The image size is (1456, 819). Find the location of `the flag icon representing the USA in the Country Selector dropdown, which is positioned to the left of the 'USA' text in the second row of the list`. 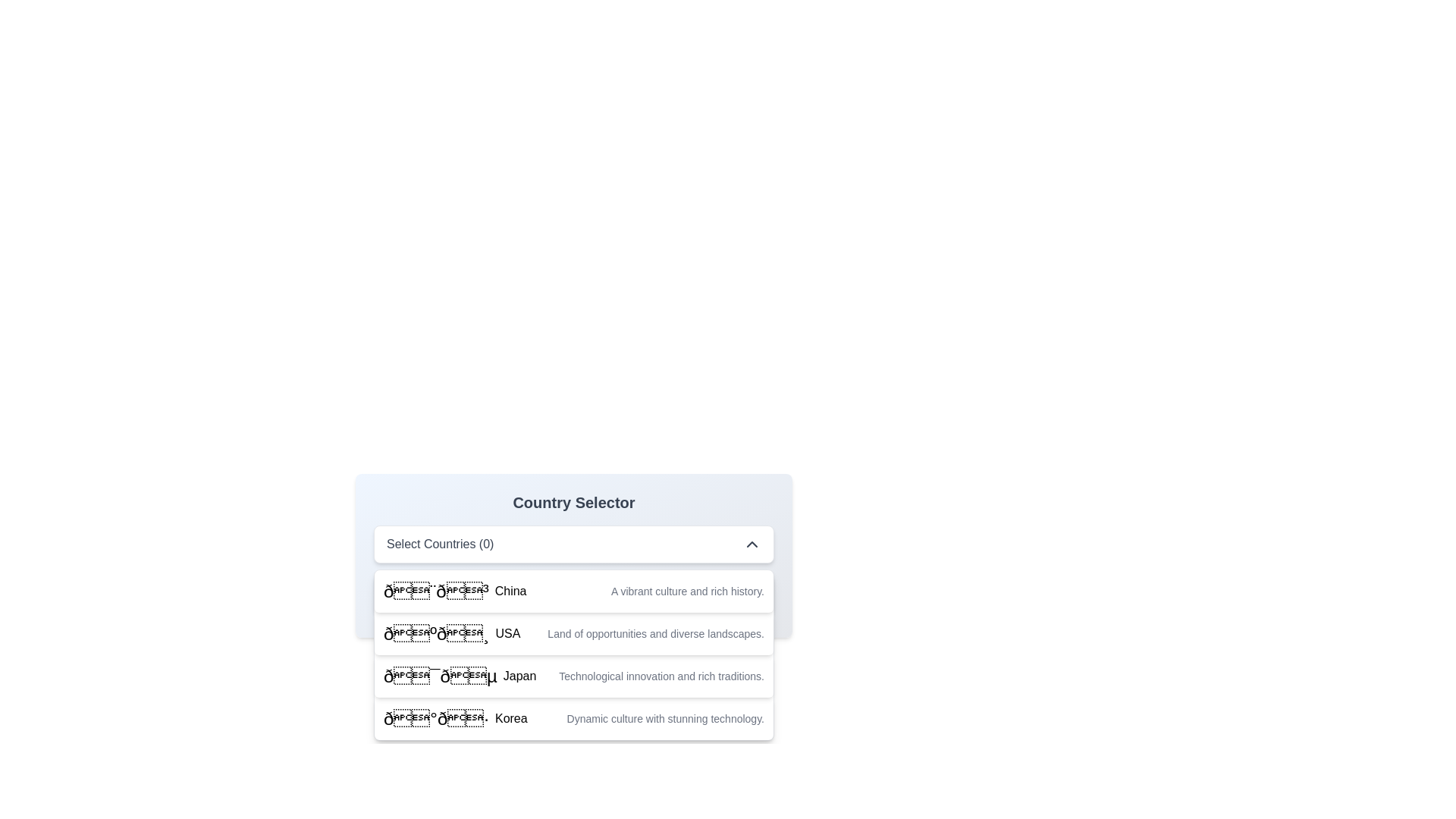

the flag icon representing the USA in the Country Selector dropdown, which is positioned to the left of the 'USA' text in the second row of the list is located at coordinates (435, 634).